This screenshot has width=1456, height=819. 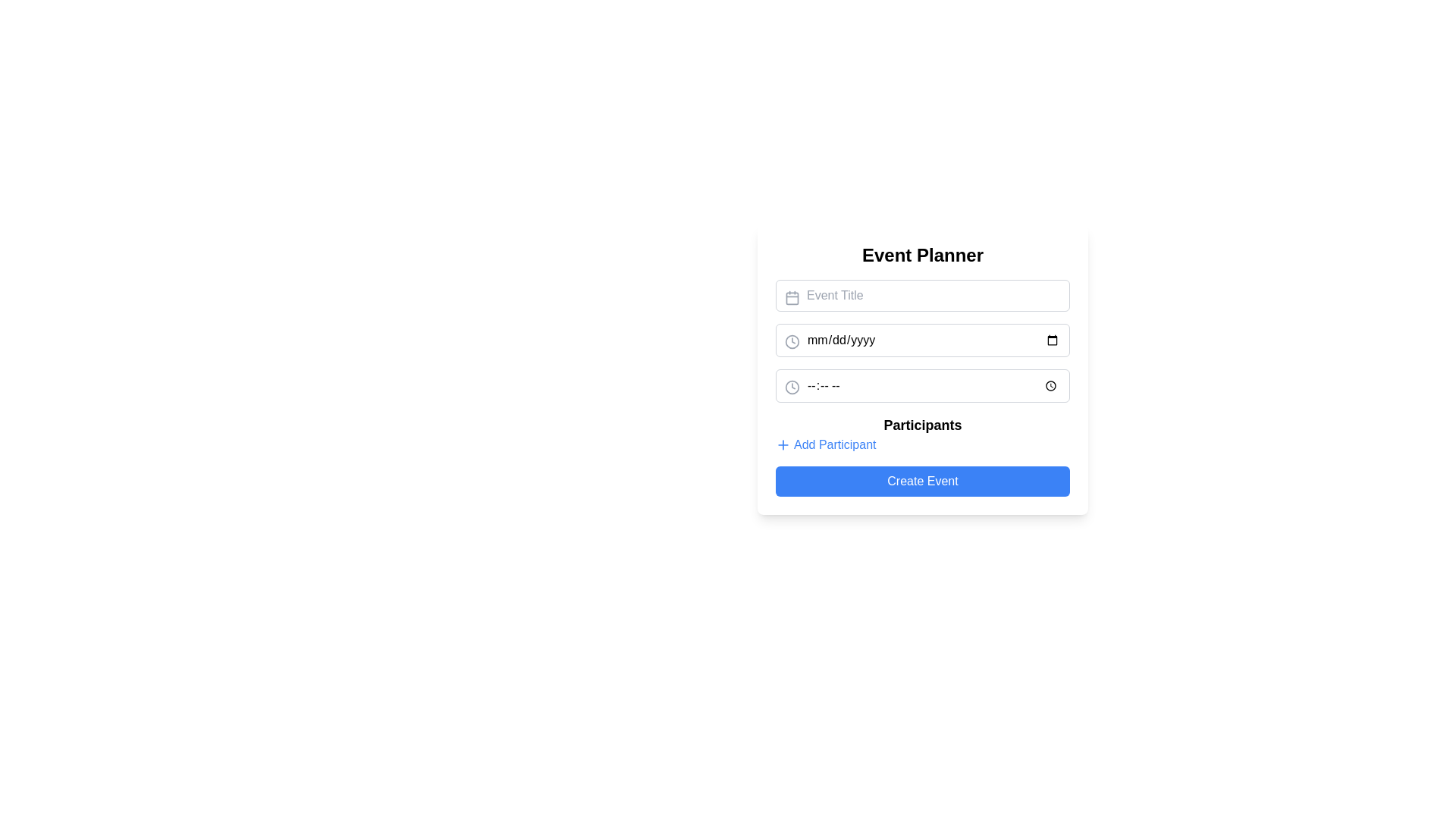 I want to click on the circular graphic element that is part of the clock icon, located next to the input field labeled '--:--' in the 'Event Planner' form, so click(x=792, y=385).